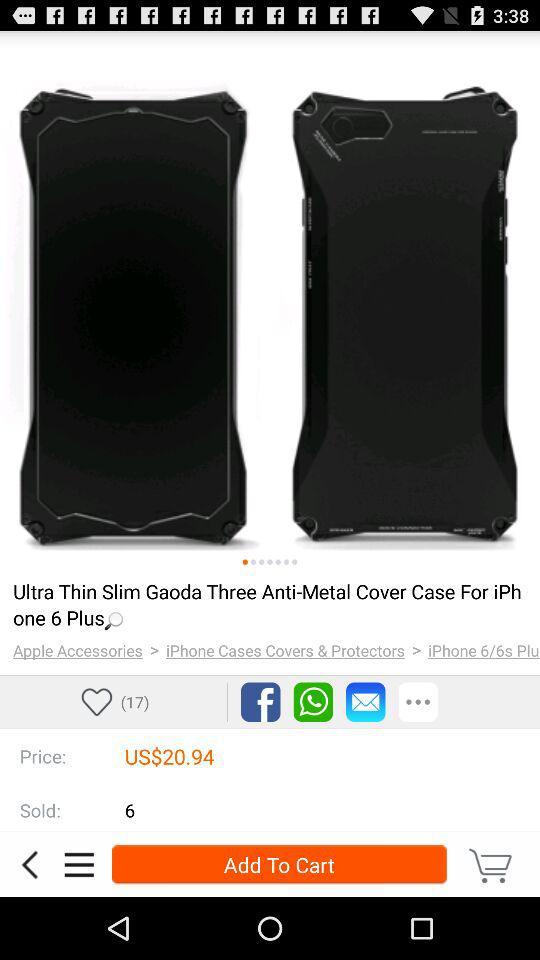 This screenshot has height=960, width=540. Describe the element at coordinates (417, 702) in the screenshot. I see `click the 3 dots` at that location.